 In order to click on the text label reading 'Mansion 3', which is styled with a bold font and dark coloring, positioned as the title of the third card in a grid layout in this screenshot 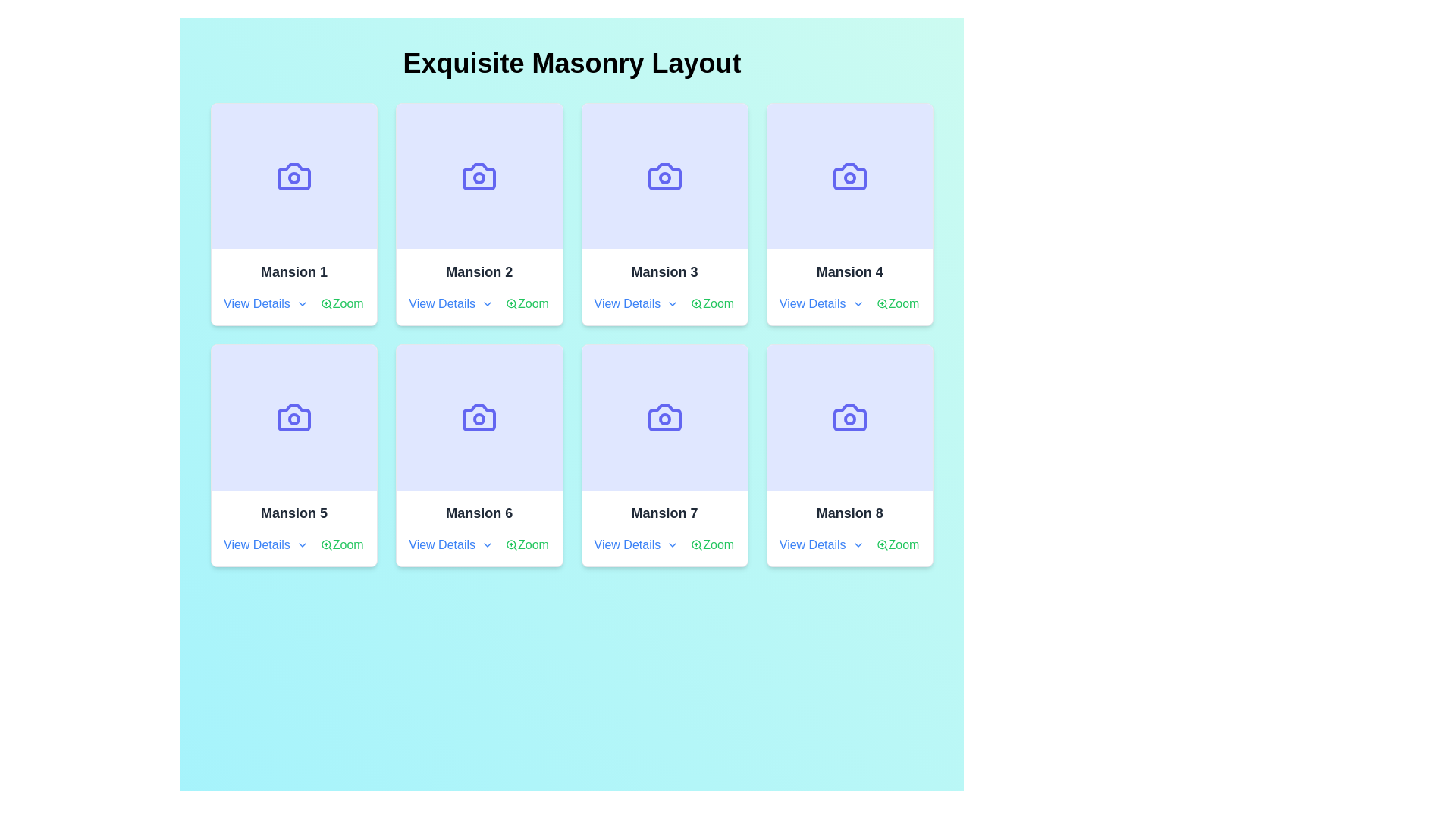, I will do `click(664, 271)`.